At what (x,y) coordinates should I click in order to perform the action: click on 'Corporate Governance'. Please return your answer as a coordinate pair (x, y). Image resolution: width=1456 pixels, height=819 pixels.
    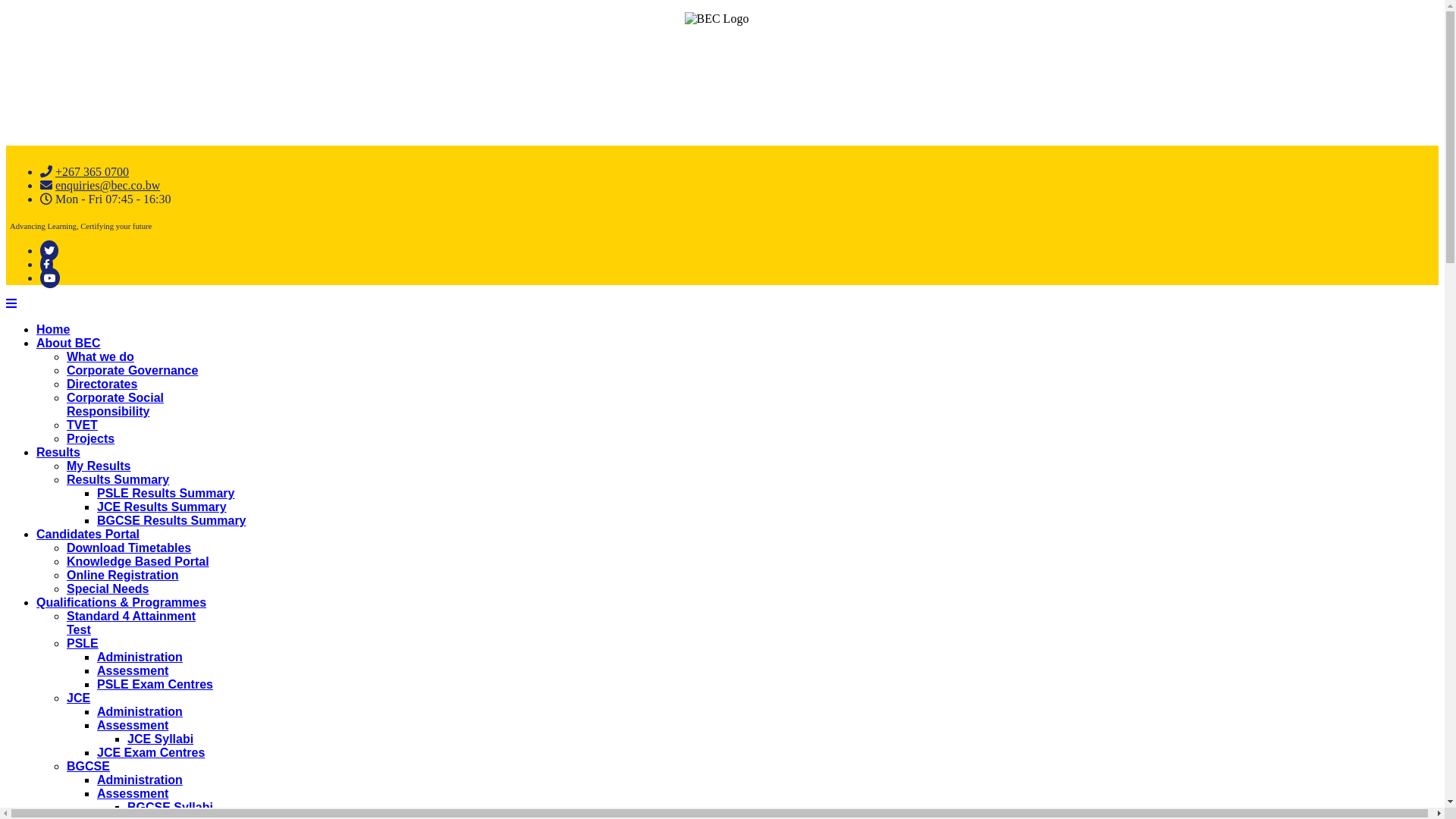
    Looking at the image, I should click on (132, 370).